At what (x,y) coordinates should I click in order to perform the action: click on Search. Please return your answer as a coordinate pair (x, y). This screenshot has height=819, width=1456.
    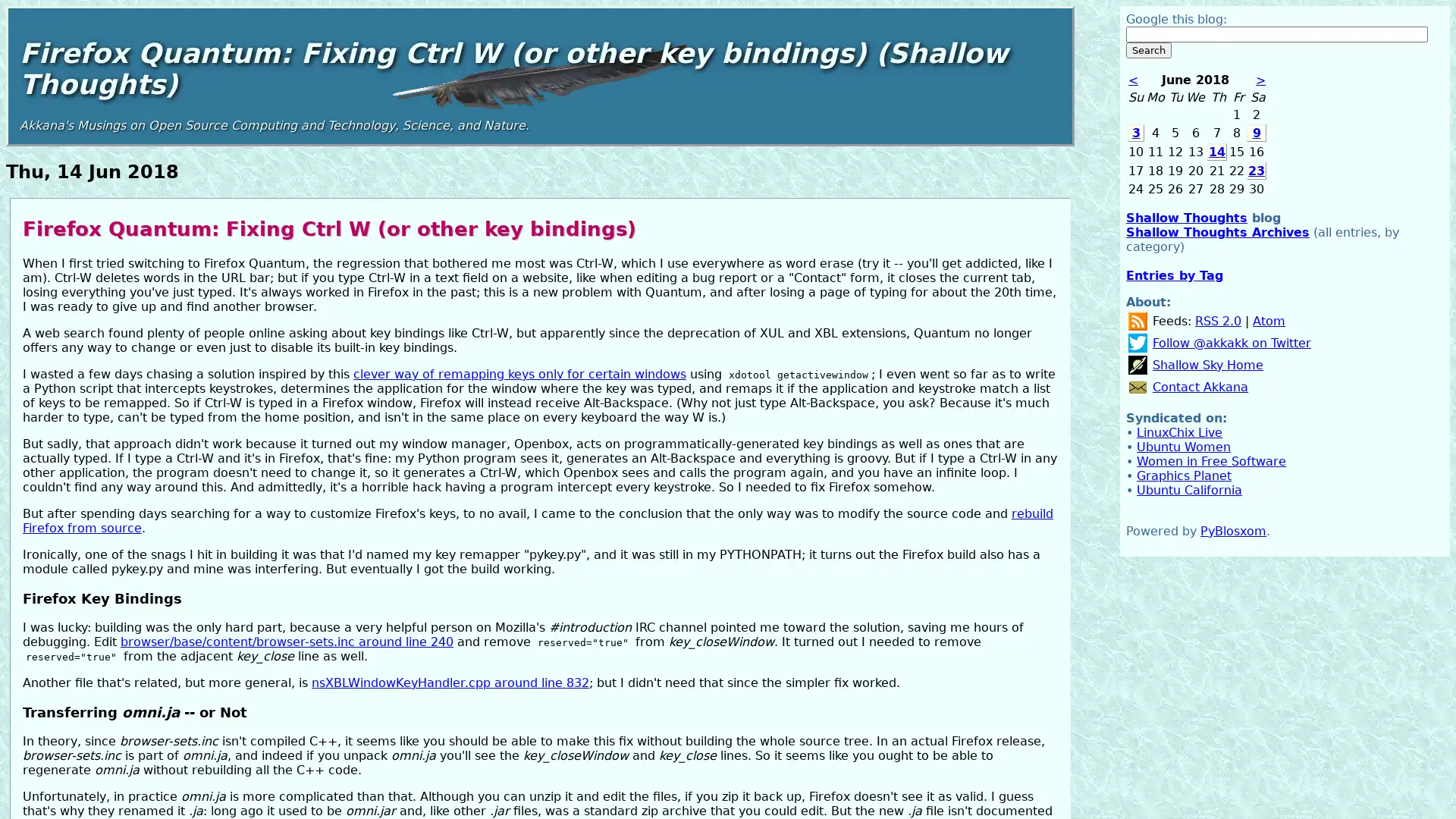
    Looking at the image, I should click on (1149, 49).